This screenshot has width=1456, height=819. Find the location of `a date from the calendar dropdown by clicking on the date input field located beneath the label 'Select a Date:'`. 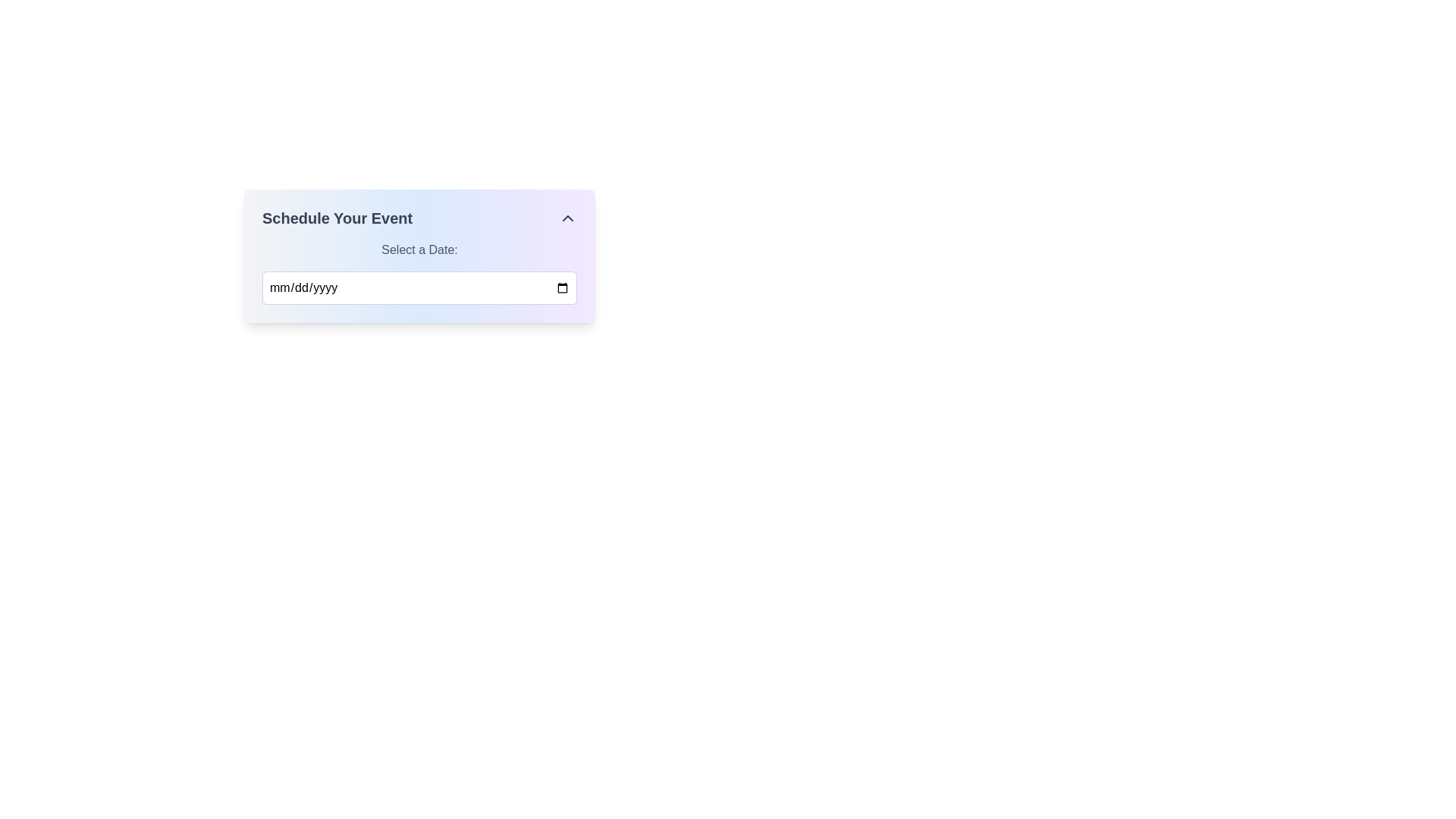

a date from the calendar dropdown by clicking on the date input field located beneath the label 'Select a Date:' is located at coordinates (419, 288).